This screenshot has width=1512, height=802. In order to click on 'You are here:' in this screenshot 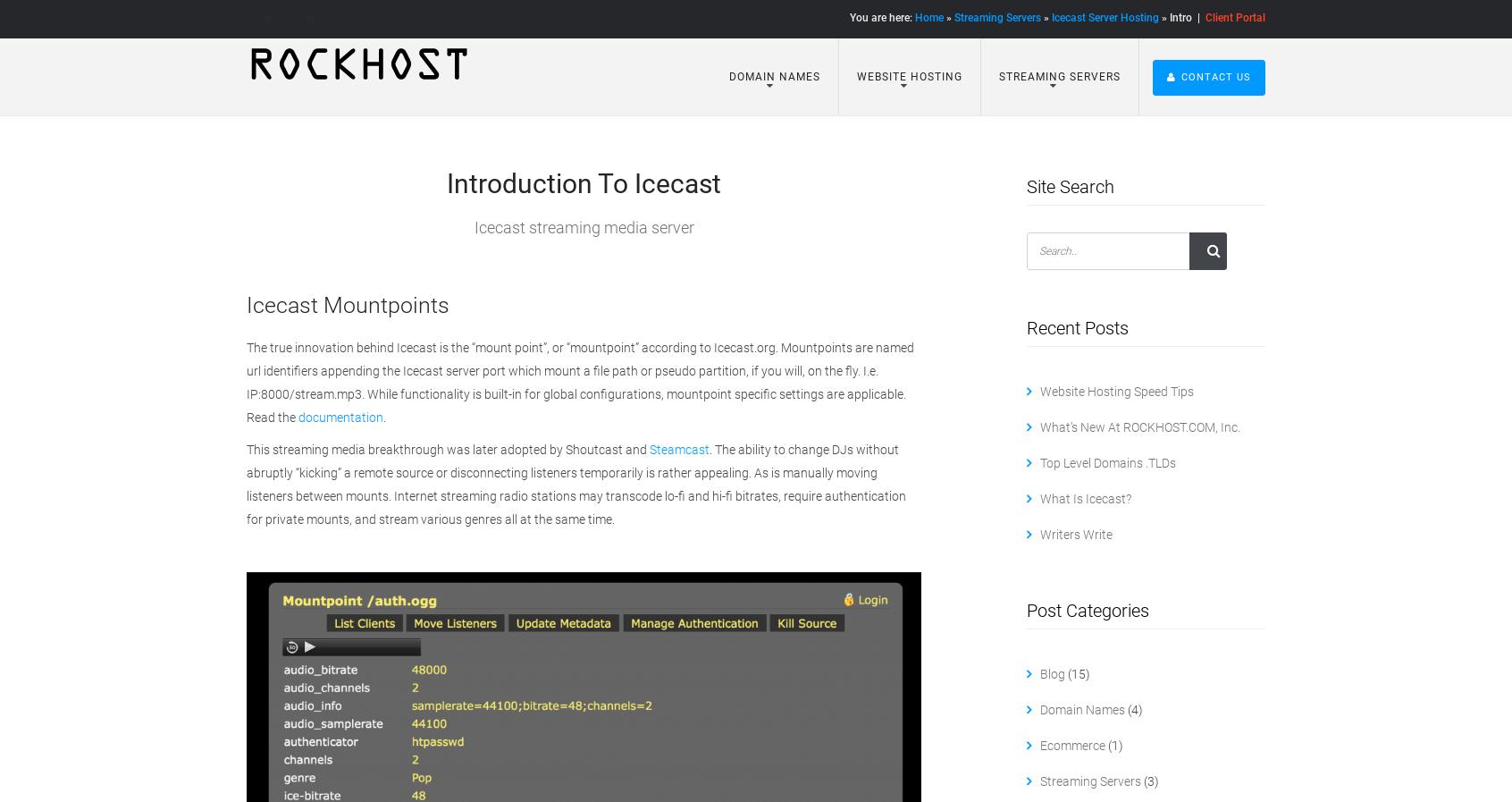, I will do `click(850, 17)`.